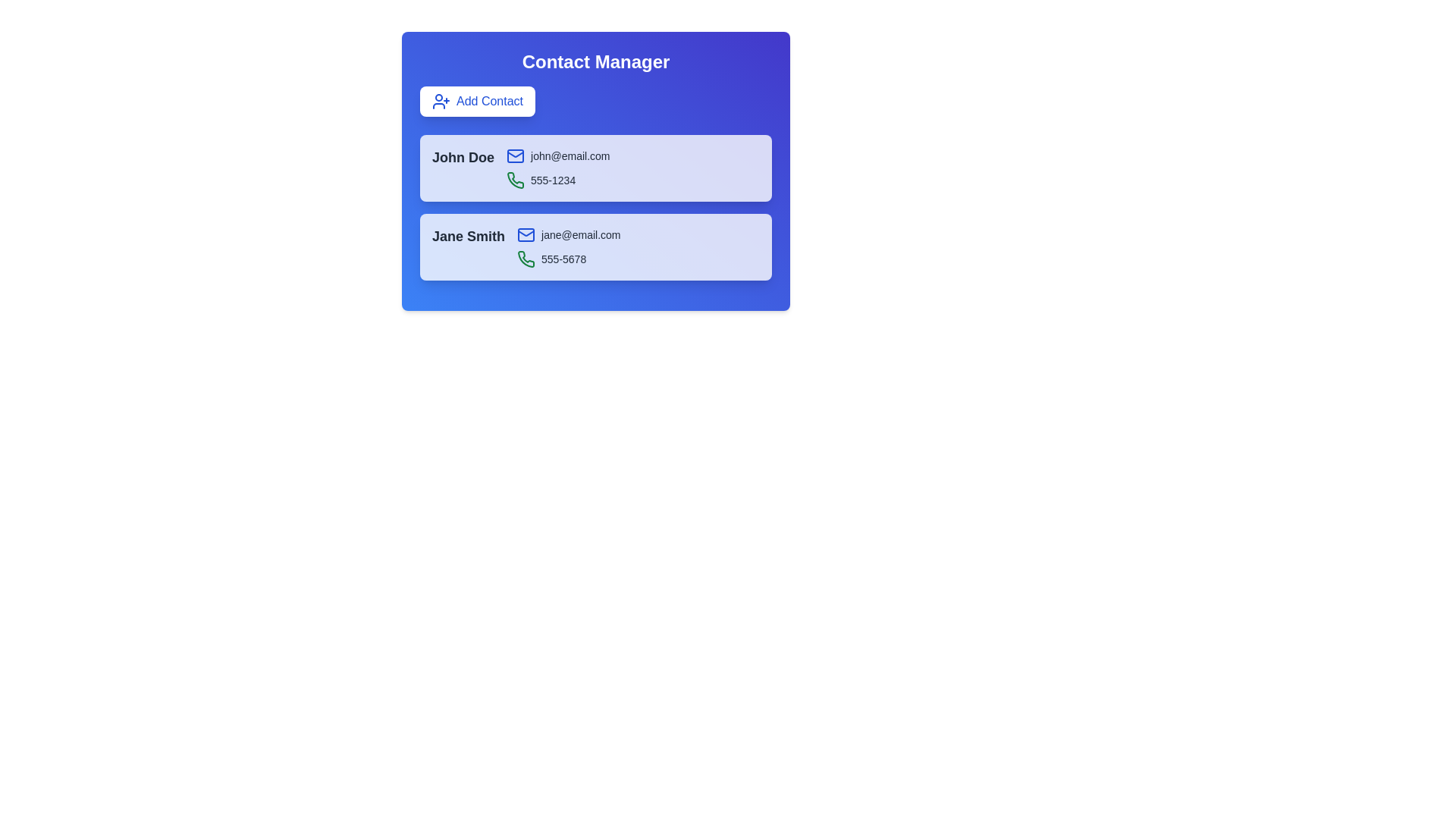 This screenshot has width=1456, height=819. I want to click on the text of the contact card for Jane Smith, so click(431, 225).